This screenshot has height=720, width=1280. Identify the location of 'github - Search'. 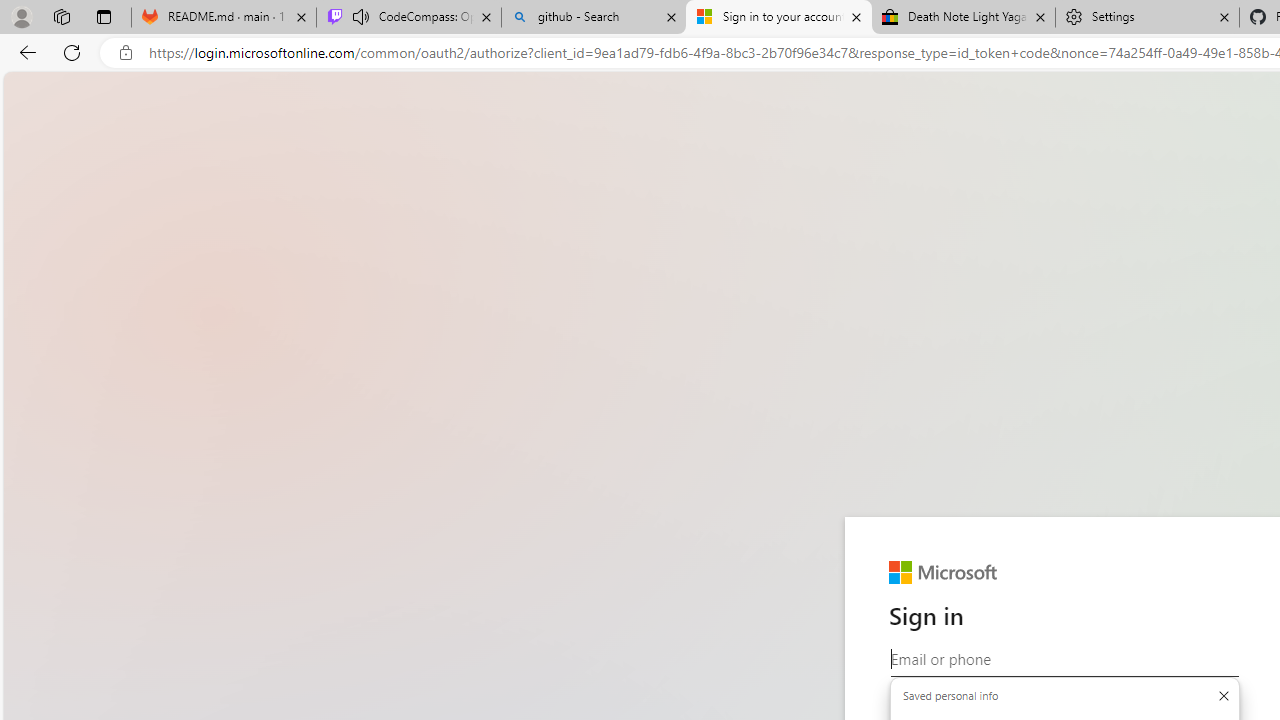
(592, 17).